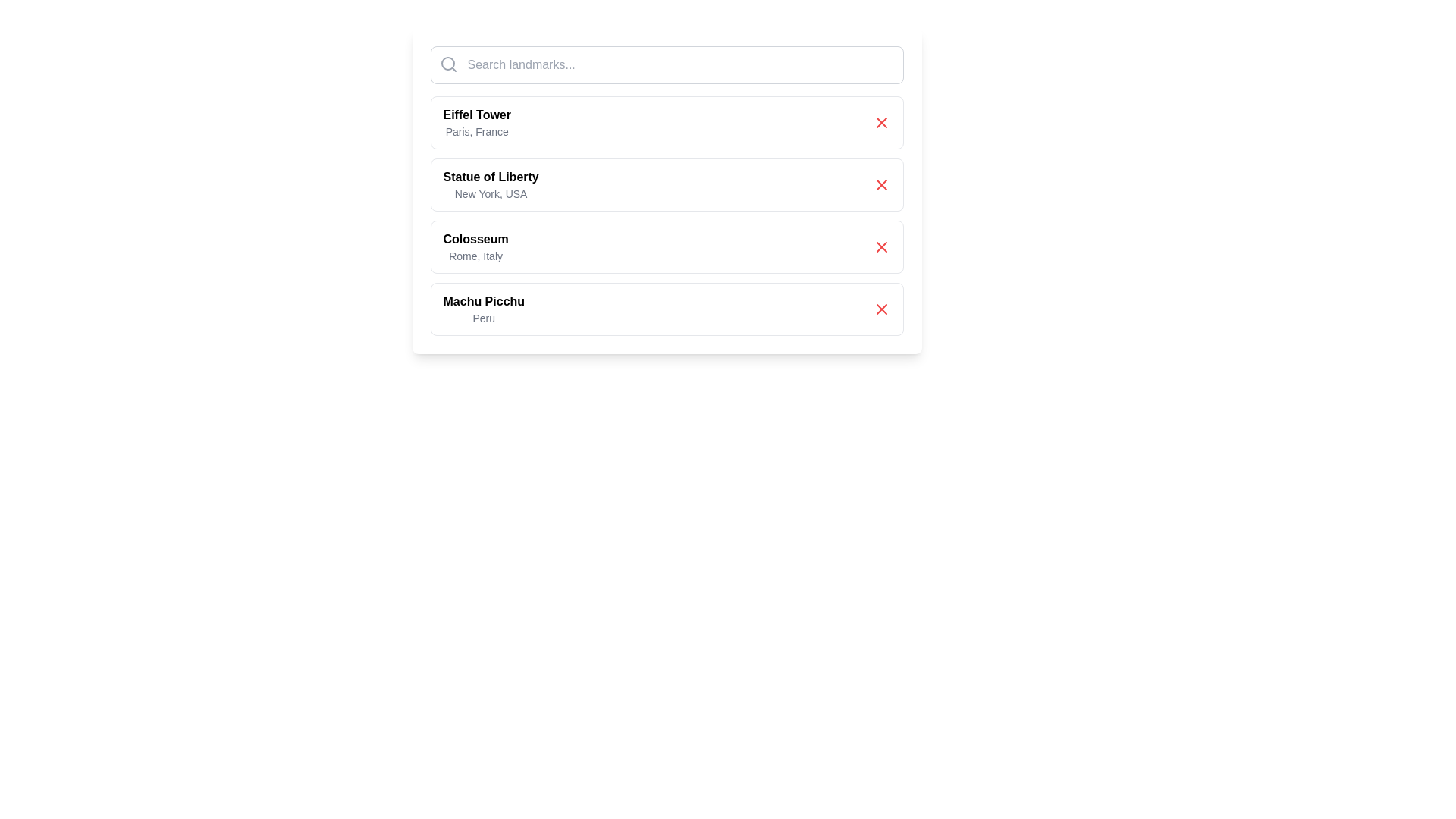 This screenshot has height=819, width=1456. What do you see at coordinates (483, 318) in the screenshot?
I see `the text element providing context about 'Machu Picchu', located beneath its title and to the left of a red 'X' icon` at bounding box center [483, 318].